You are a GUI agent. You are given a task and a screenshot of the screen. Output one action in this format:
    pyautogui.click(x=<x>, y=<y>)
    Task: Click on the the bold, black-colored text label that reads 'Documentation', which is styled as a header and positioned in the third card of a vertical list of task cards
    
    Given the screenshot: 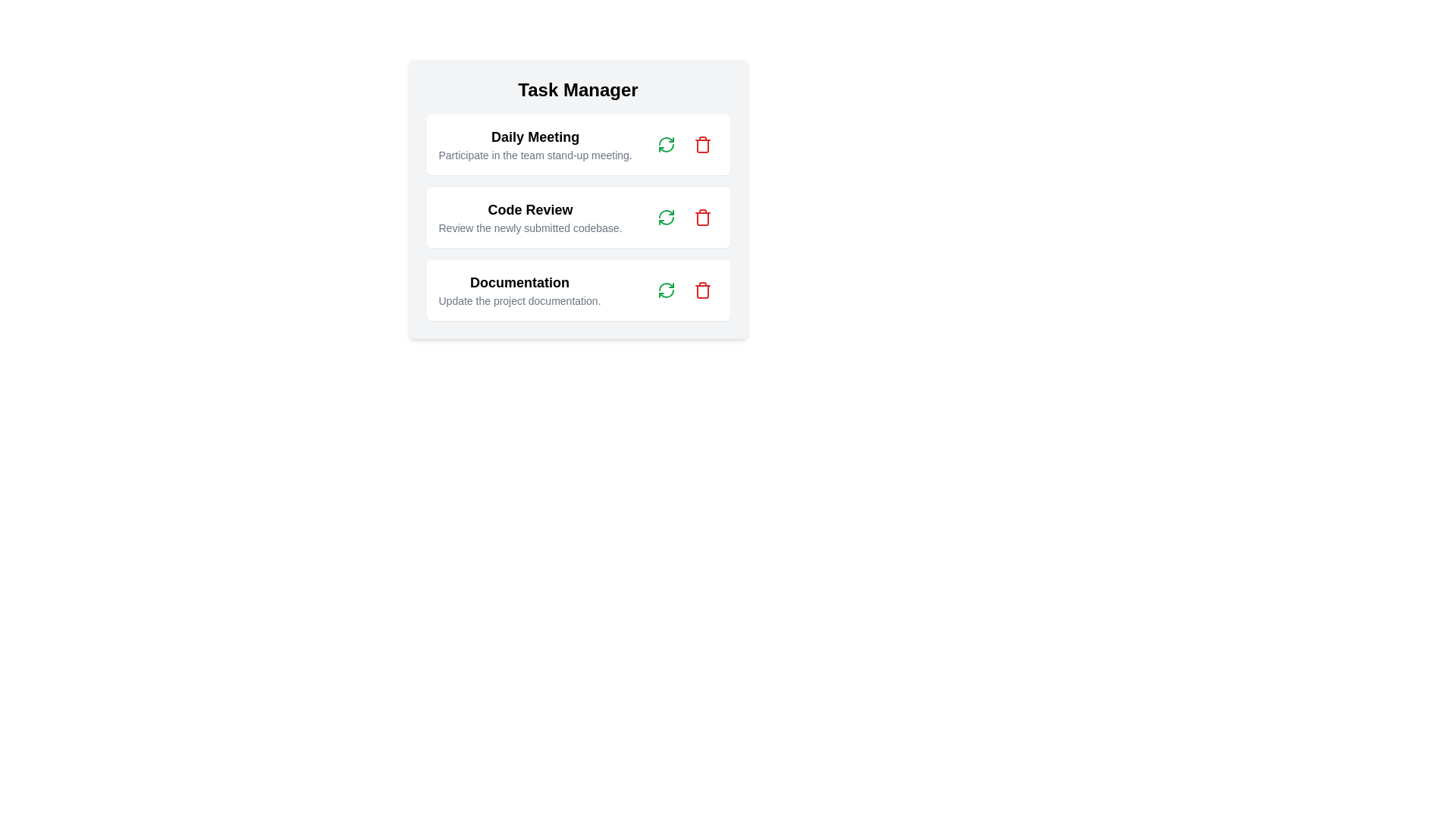 What is the action you would take?
    pyautogui.click(x=519, y=283)
    